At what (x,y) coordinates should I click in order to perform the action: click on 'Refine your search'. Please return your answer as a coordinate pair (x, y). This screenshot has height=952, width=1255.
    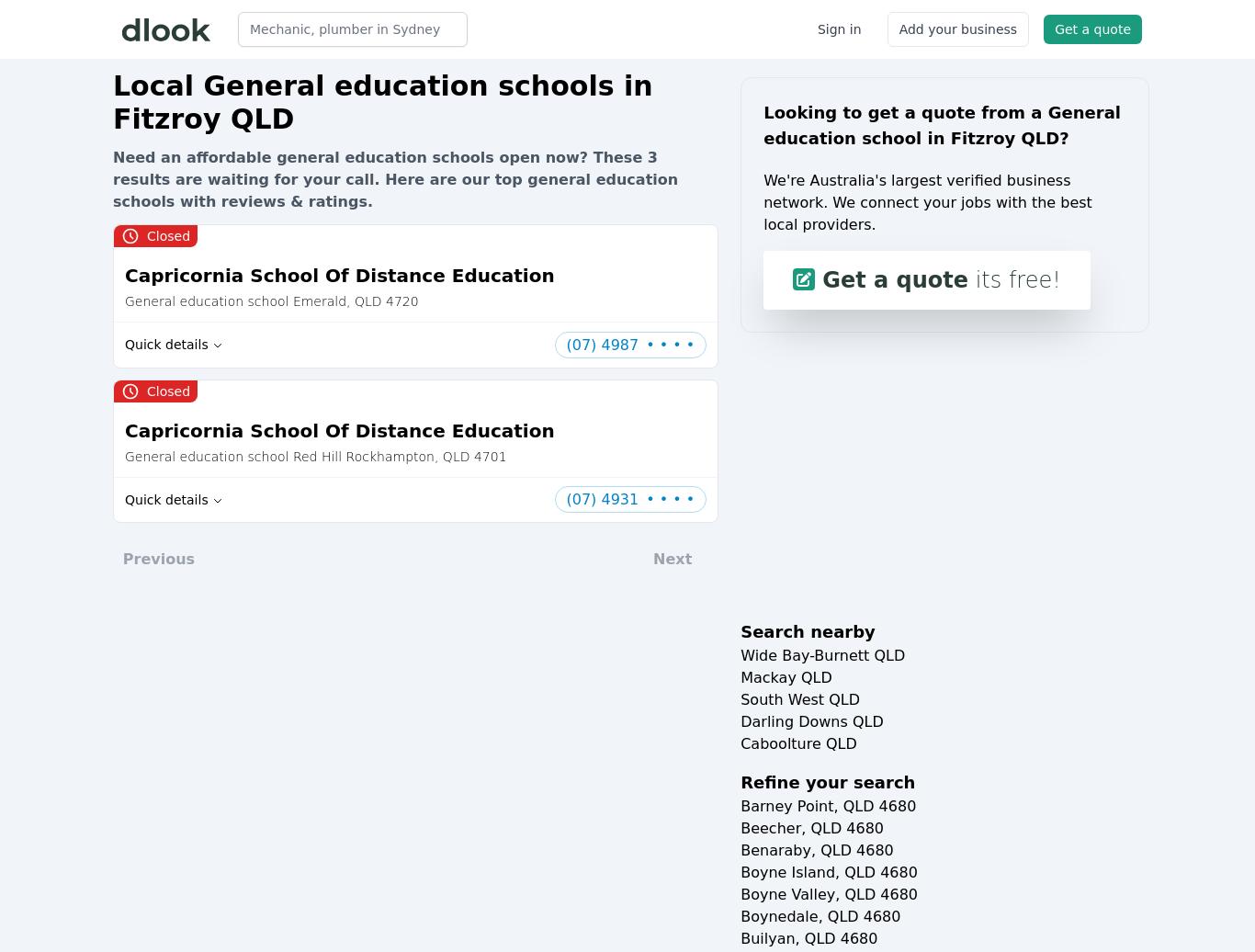
    Looking at the image, I should click on (827, 782).